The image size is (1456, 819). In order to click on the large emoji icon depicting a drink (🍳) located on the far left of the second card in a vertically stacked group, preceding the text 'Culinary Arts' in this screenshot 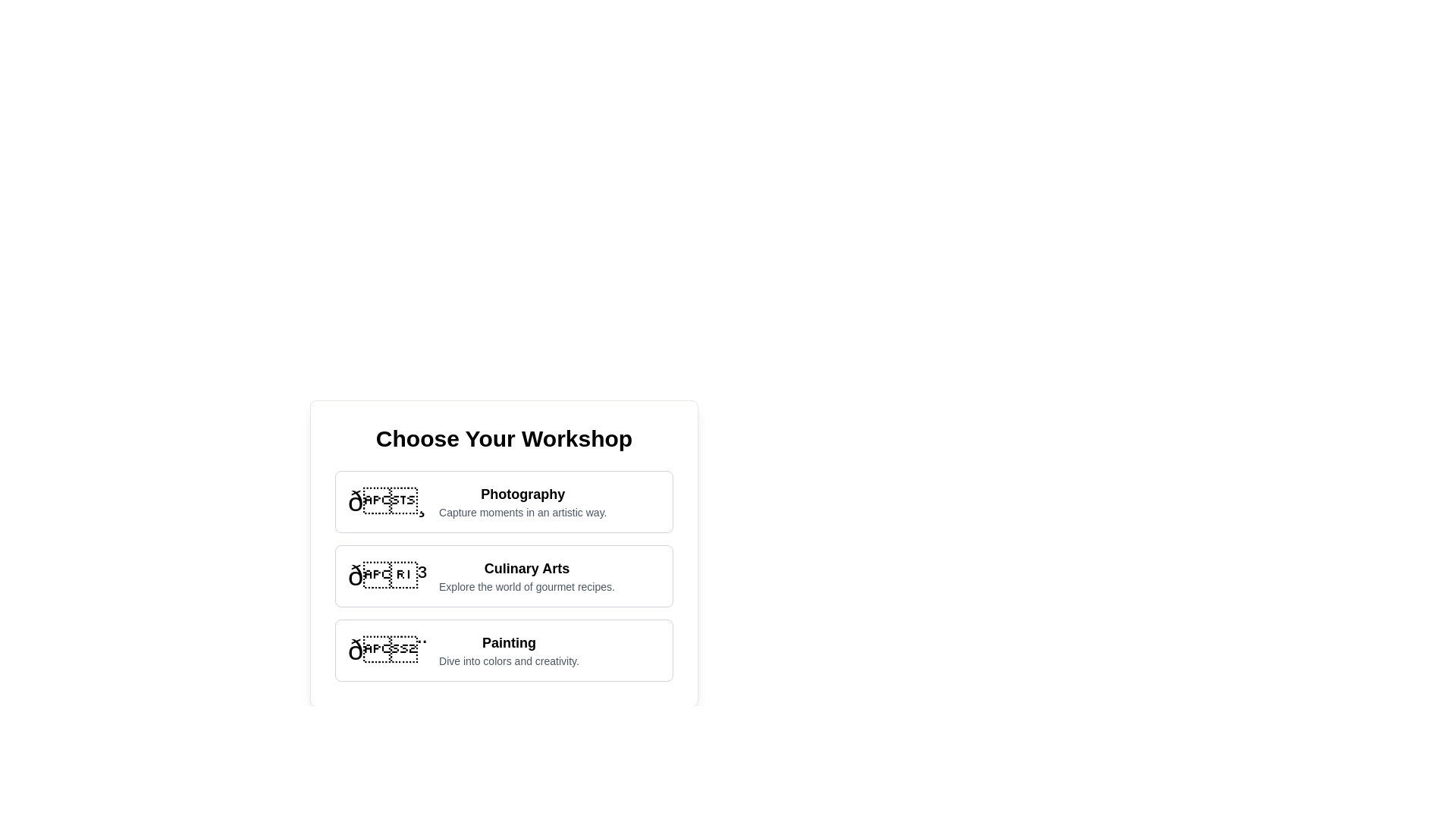, I will do `click(388, 576)`.